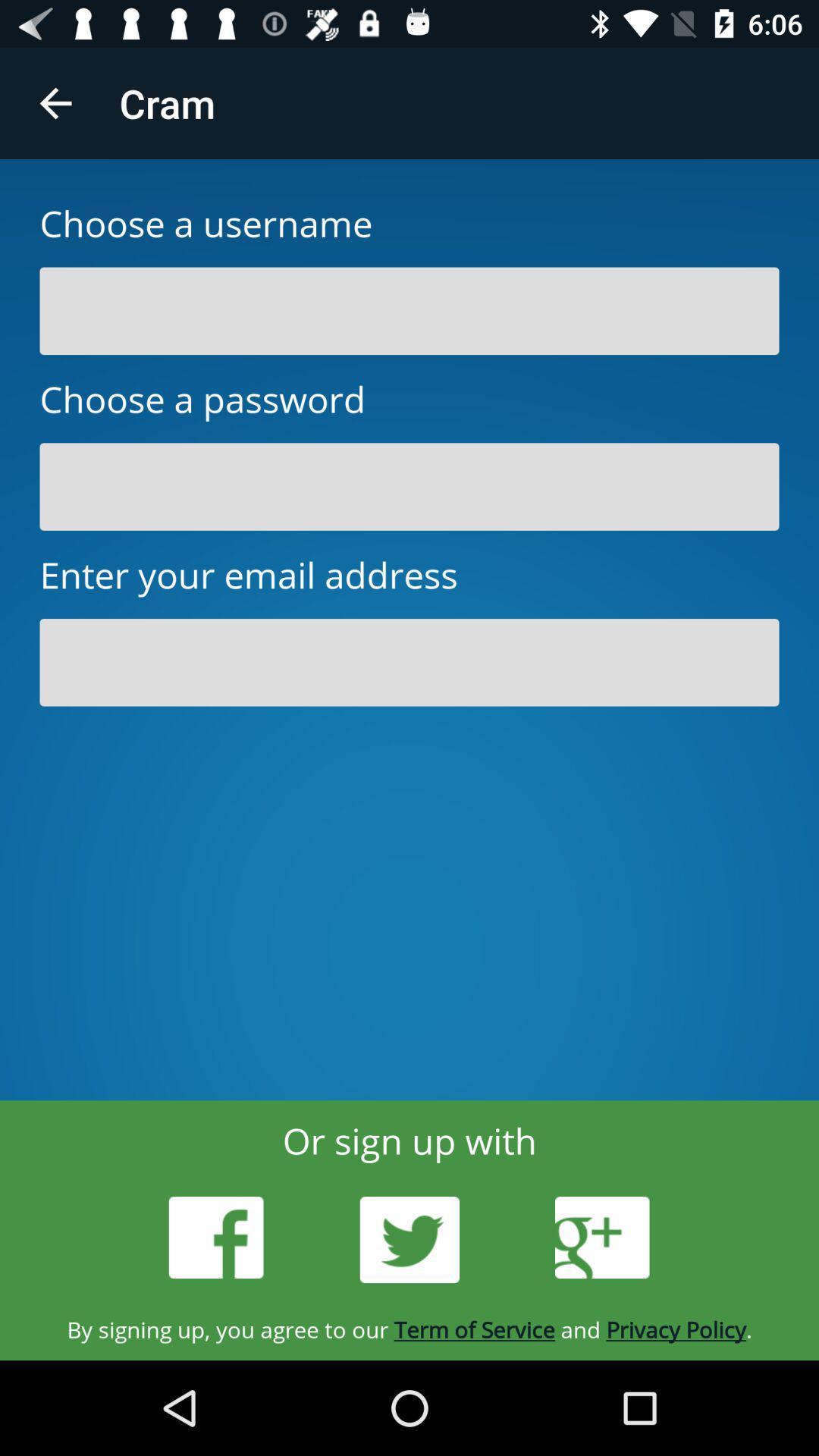  Describe the element at coordinates (601, 1238) in the screenshot. I see `the icon below or sign up item` at that location.